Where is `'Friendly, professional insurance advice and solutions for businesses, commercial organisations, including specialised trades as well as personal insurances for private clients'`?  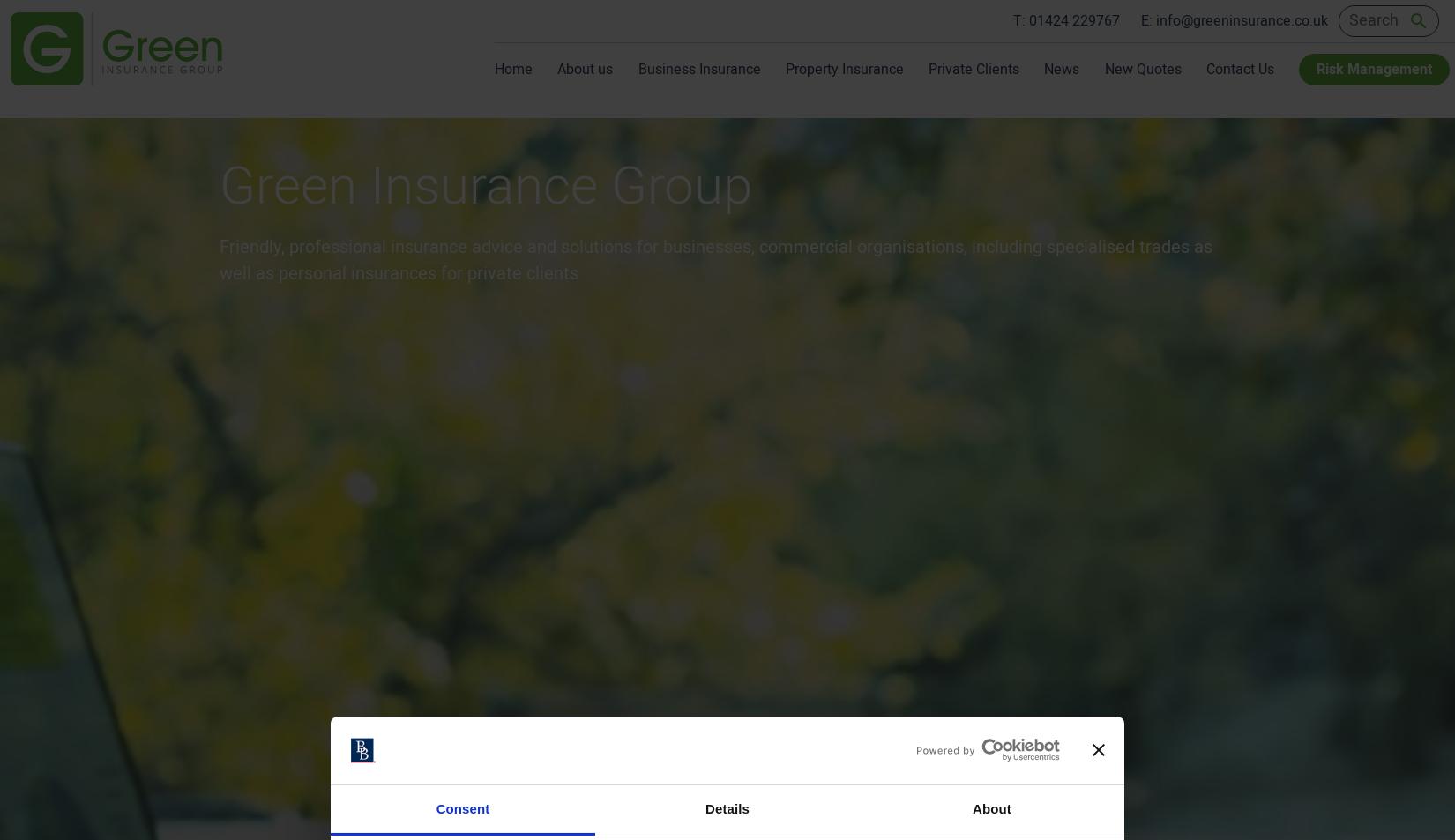
'Friendly, professional insurance advice and solutions for businesses, commercial organisations, including specialised trades as well as personal insurances for private clients' is located at coordinates (714, 259).